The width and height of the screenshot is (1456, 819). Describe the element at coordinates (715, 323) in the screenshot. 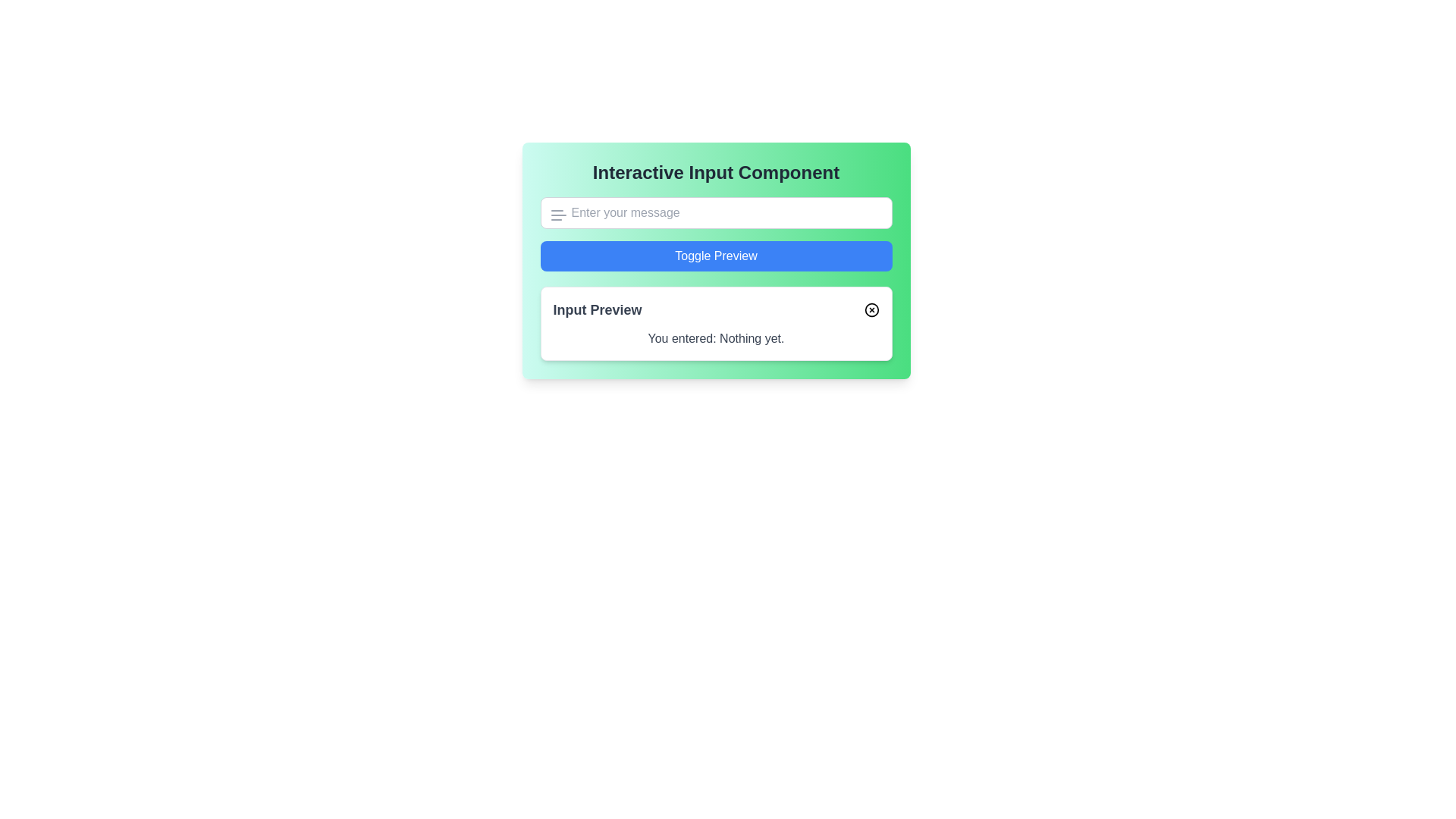

I see `the feedback or preview pane that displays the message about the current state of user input, located below the 'Toggle Preview' button` at that location.